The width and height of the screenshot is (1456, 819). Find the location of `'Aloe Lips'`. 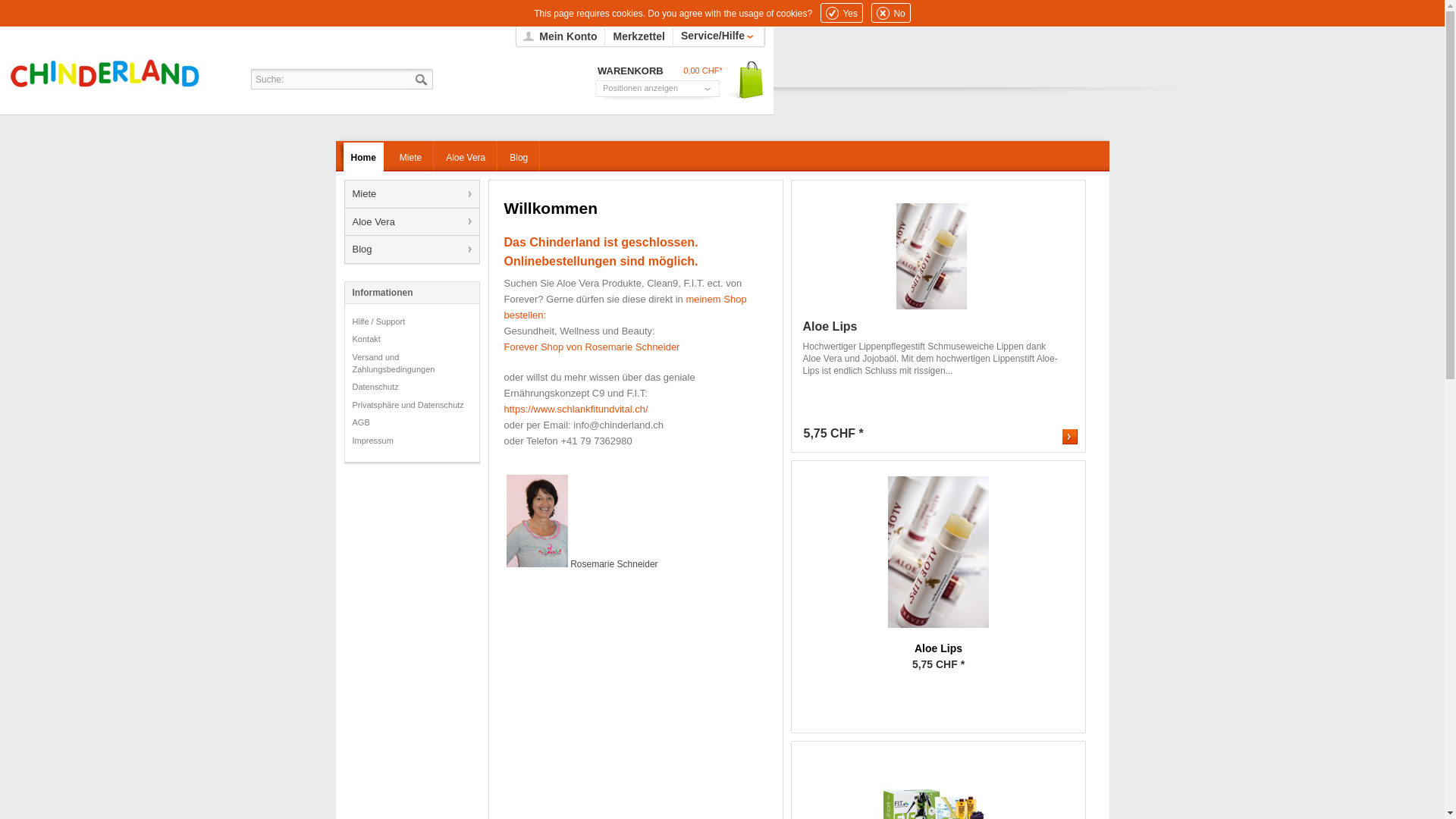

'Aloe Lips' is located at coordinates (937, 552).